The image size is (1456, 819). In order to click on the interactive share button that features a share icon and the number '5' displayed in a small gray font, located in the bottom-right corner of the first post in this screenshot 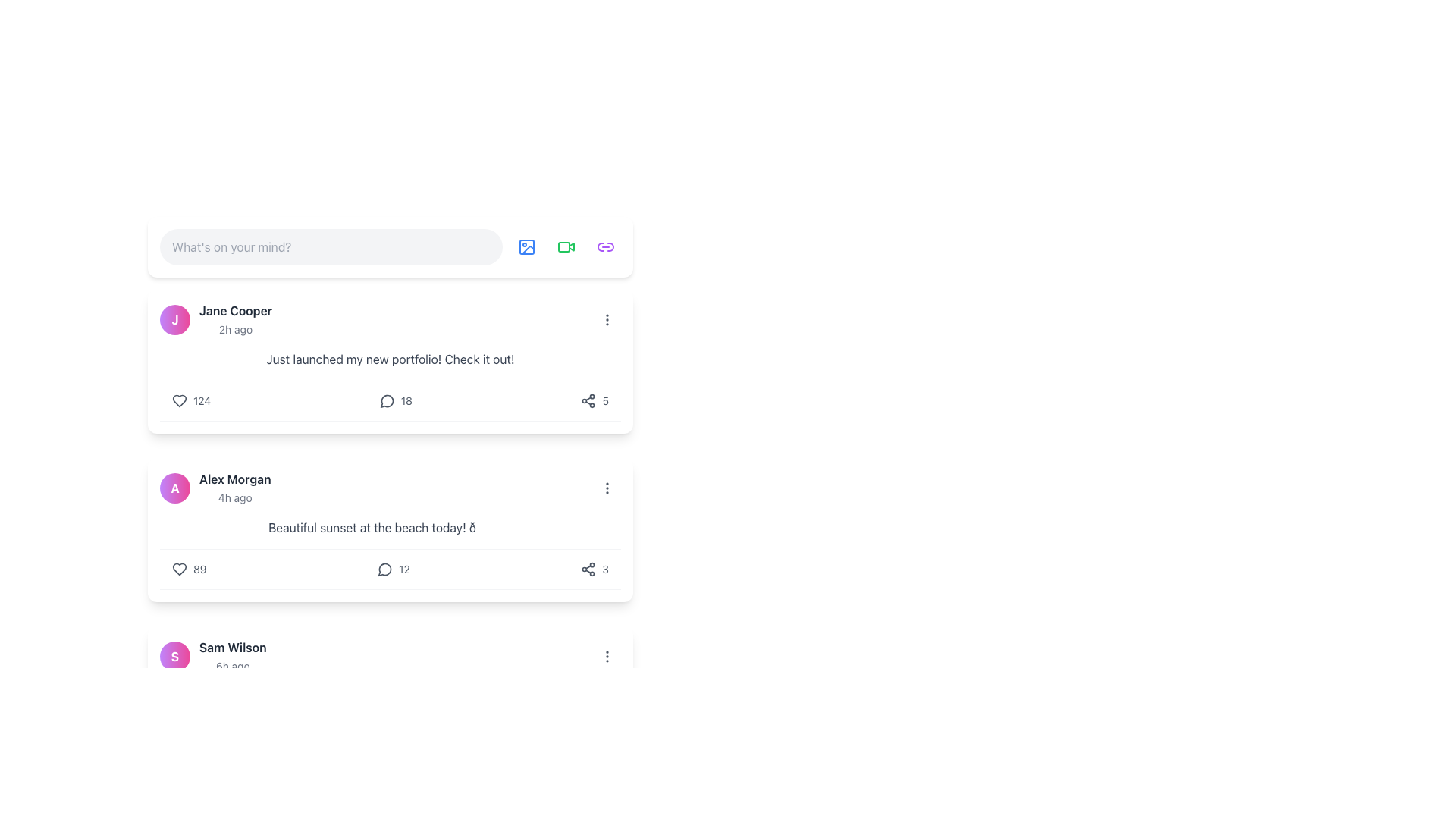, I will do `click(594, 400)`.